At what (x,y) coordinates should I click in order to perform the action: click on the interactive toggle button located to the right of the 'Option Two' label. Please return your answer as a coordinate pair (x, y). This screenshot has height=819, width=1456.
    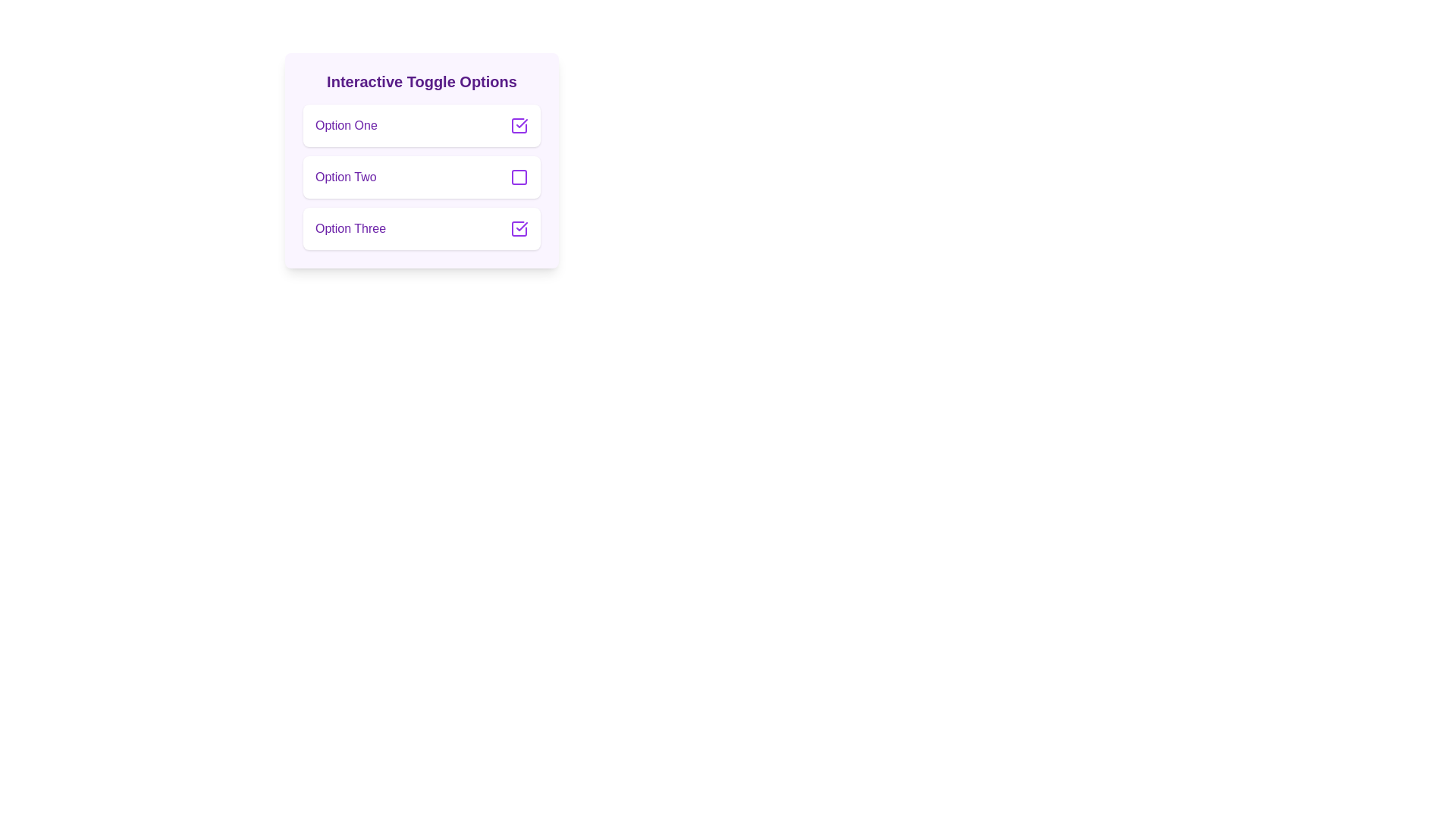
    Looking at the image, I should click on (519, 177).